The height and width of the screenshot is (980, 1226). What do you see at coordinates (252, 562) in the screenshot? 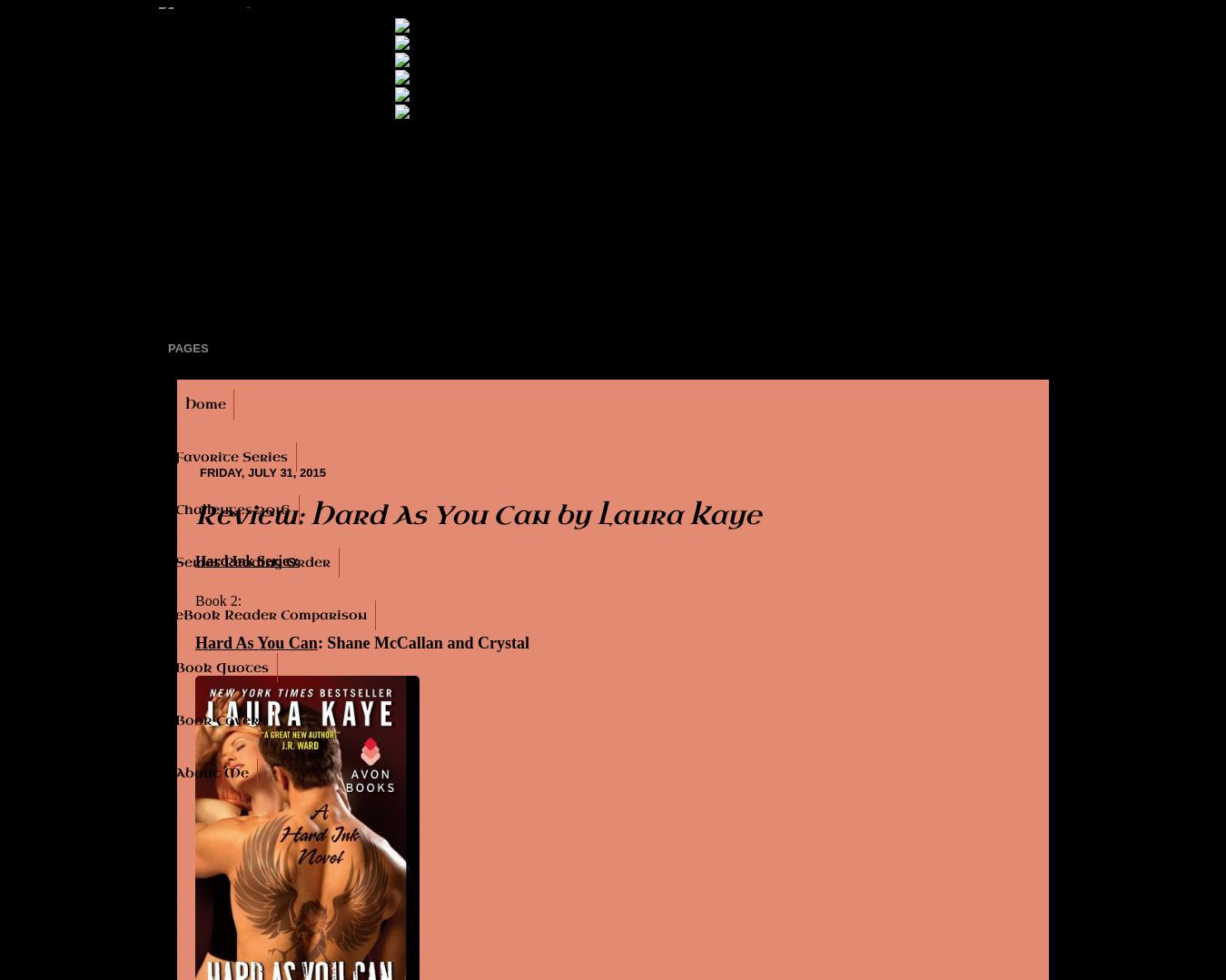
I see `'Series Reading Order'` at bounding box center [252, 562].